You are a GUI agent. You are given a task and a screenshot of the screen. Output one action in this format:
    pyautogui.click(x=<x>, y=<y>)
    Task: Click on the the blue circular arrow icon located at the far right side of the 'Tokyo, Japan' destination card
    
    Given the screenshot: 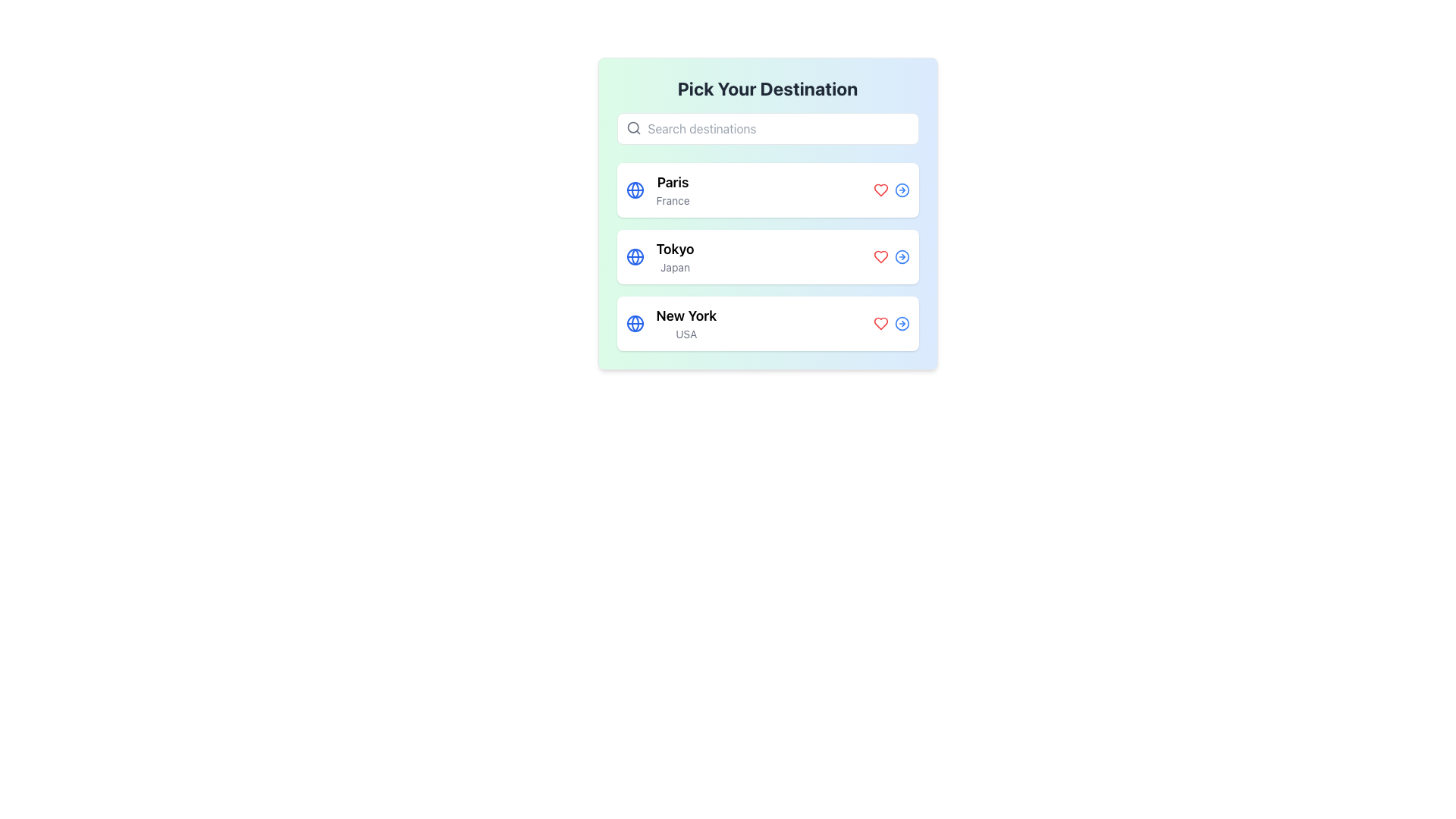 What is the action you would take?
    pyautogui.click(x=891, y=256)
    